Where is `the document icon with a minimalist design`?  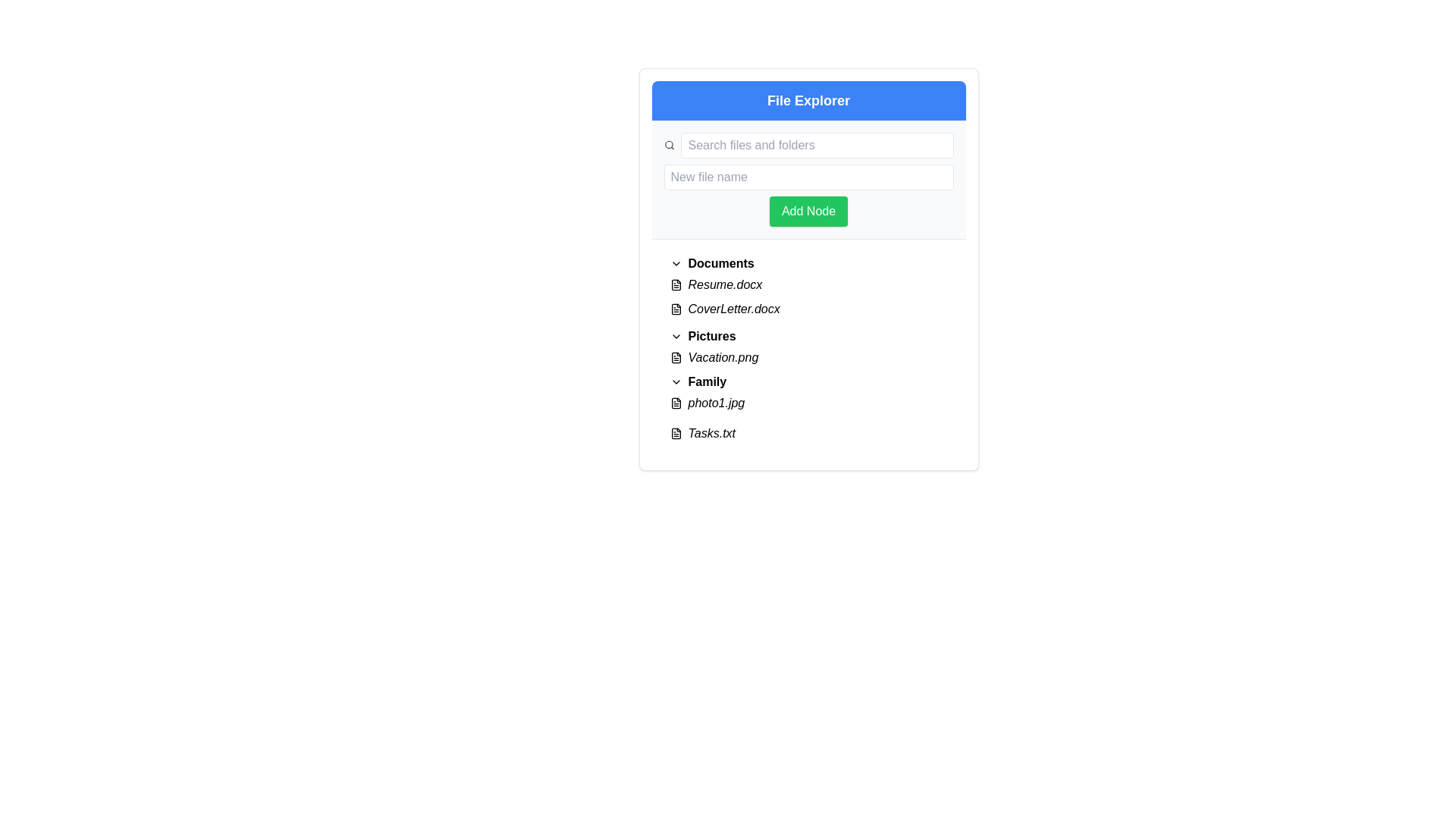
the document icon with a minimalist design is located at coordinates (675, 309).